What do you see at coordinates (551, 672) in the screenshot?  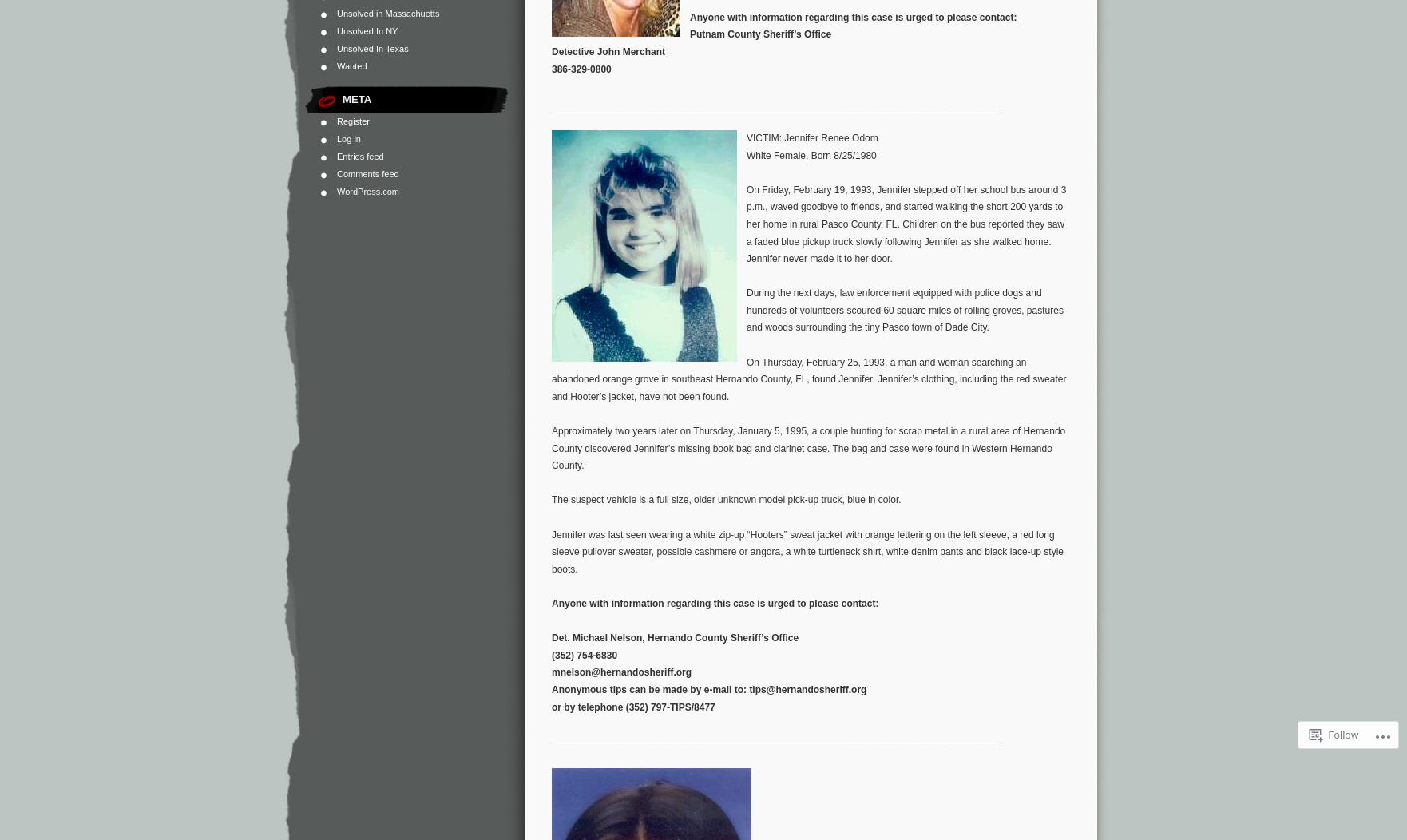 I see `'mnelson@hernandosheriff.org'` at bounding box center [551, 672].